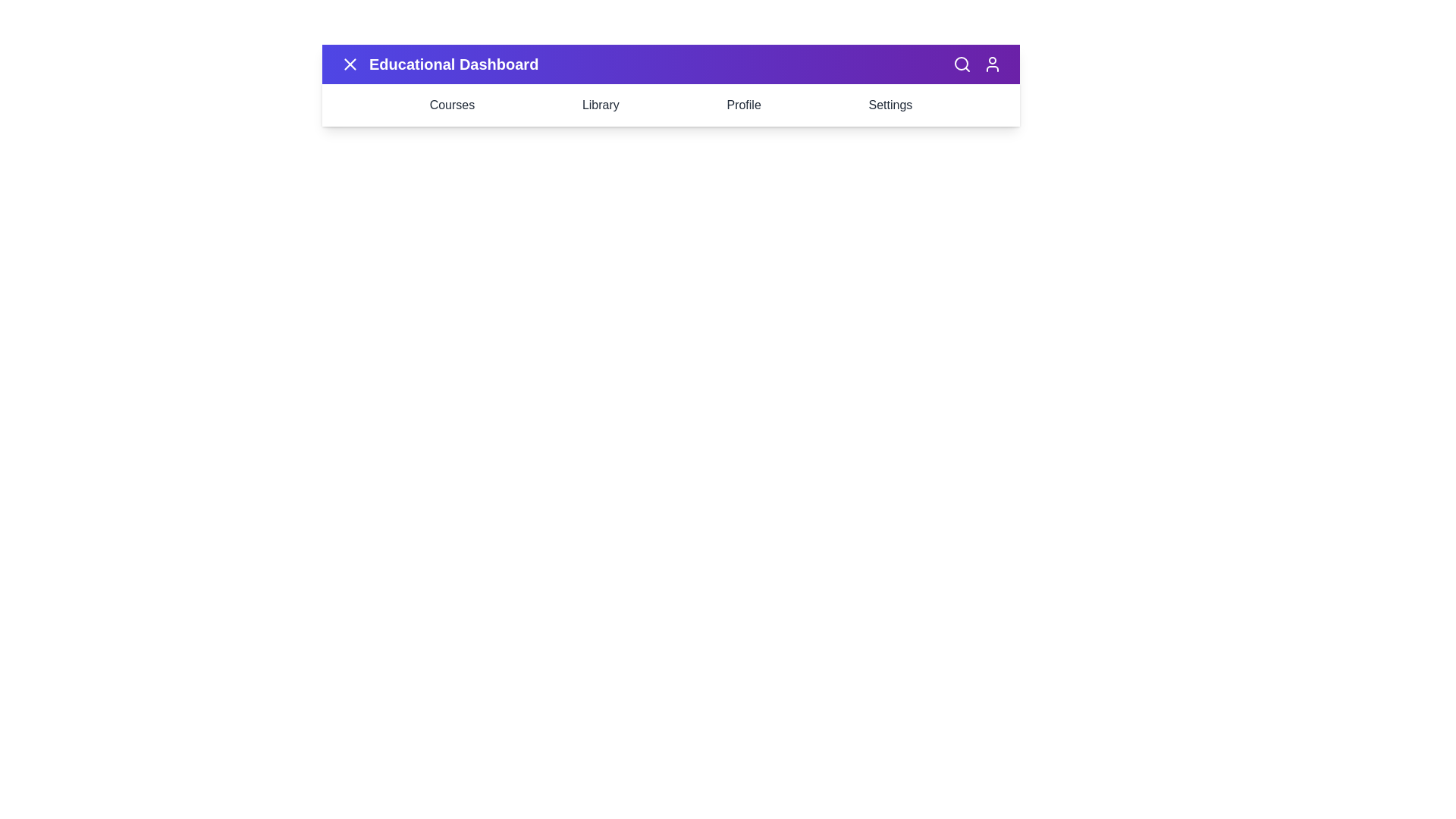  What do you see at coordinates (349, 63) in the screenshot?
I see `the button with the X icon to toggle the menu visibility` at bounding box center [349, 63].